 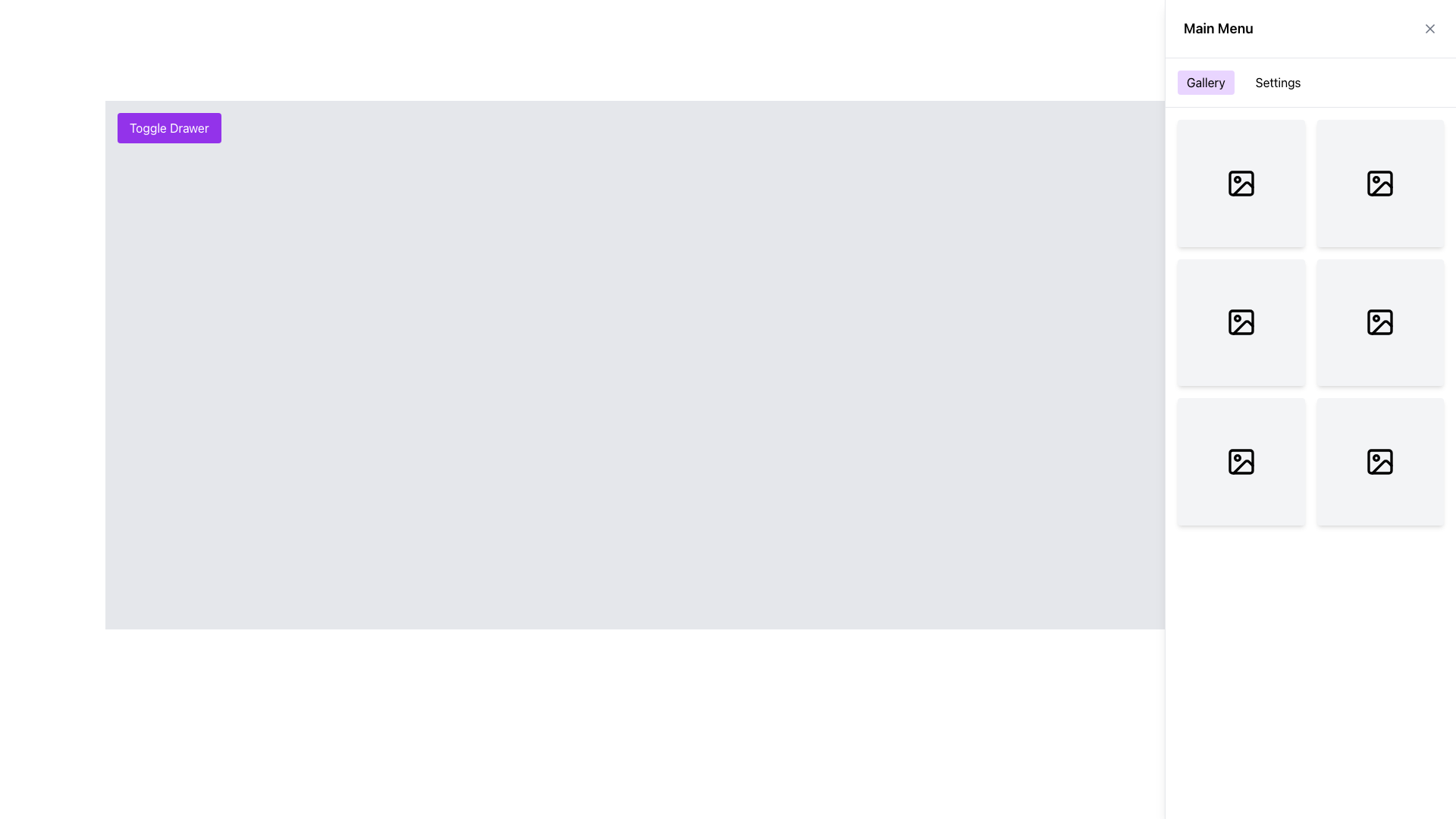 What do you see at coordinates (1205, 82) in the screenshot?
I see `the navigation button located in the header section of the right-side panel, positioned to the left of the 'Settings' button` at bounding box center [1205, 82].